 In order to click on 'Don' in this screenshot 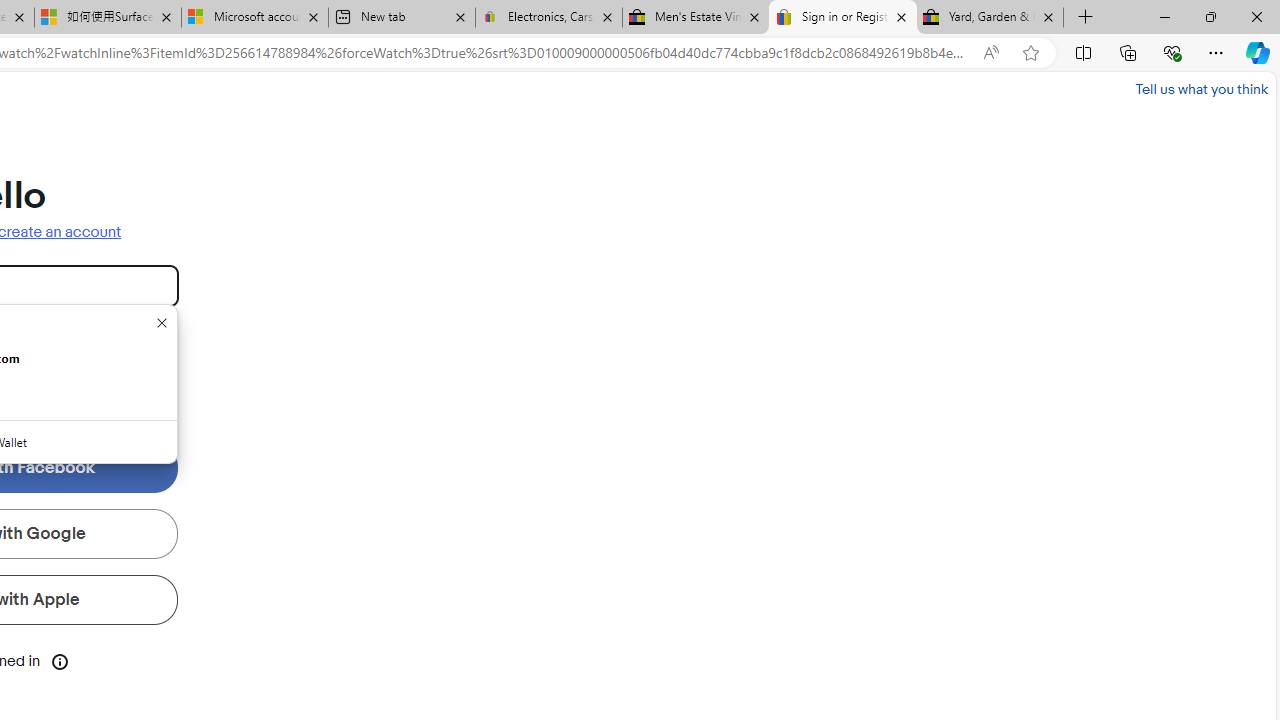, I will do `click(162, 321)`.